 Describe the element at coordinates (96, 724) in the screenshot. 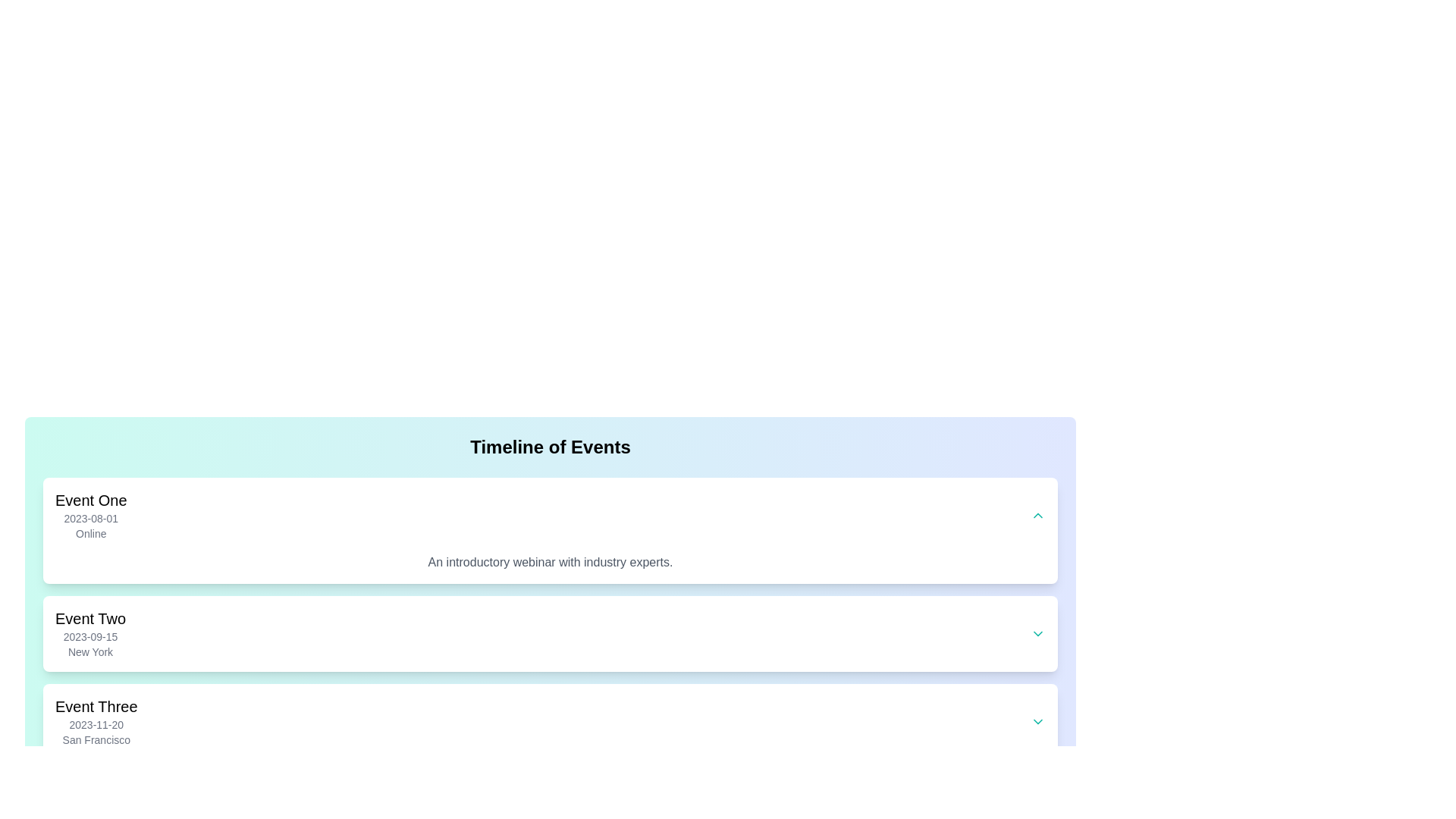

I see `the text label displaying the date for 'Event Three', which is positioned between the title 'Event Three' and the location 'San Francisco'` at that location.